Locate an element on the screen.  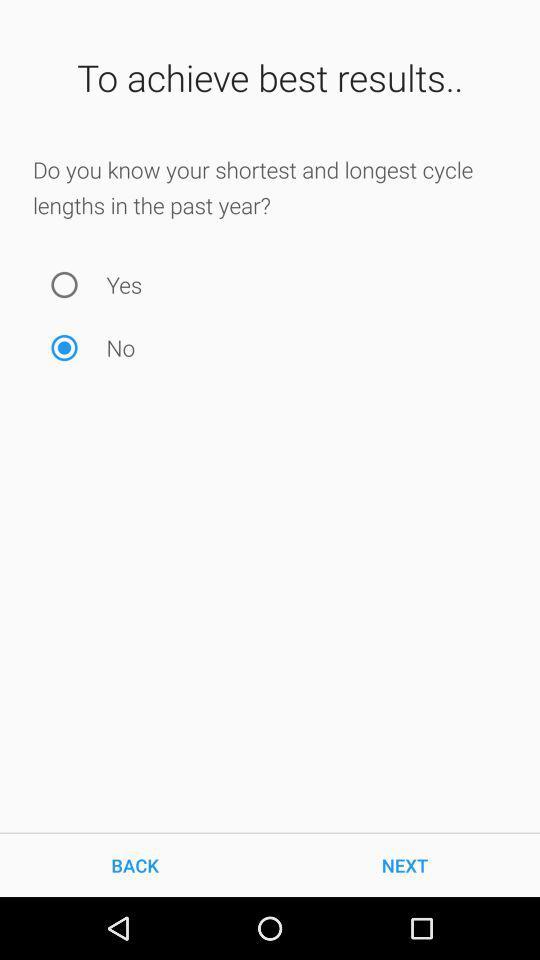
no toggle option is located at coordinates (64, 348).